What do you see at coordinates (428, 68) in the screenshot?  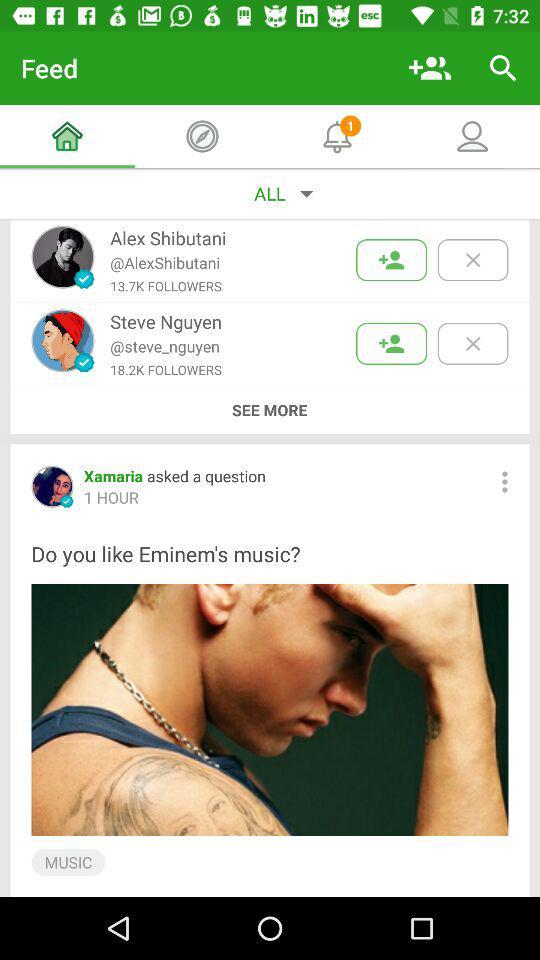 I see `the item next to the feed` at bounding box center [428, 68].